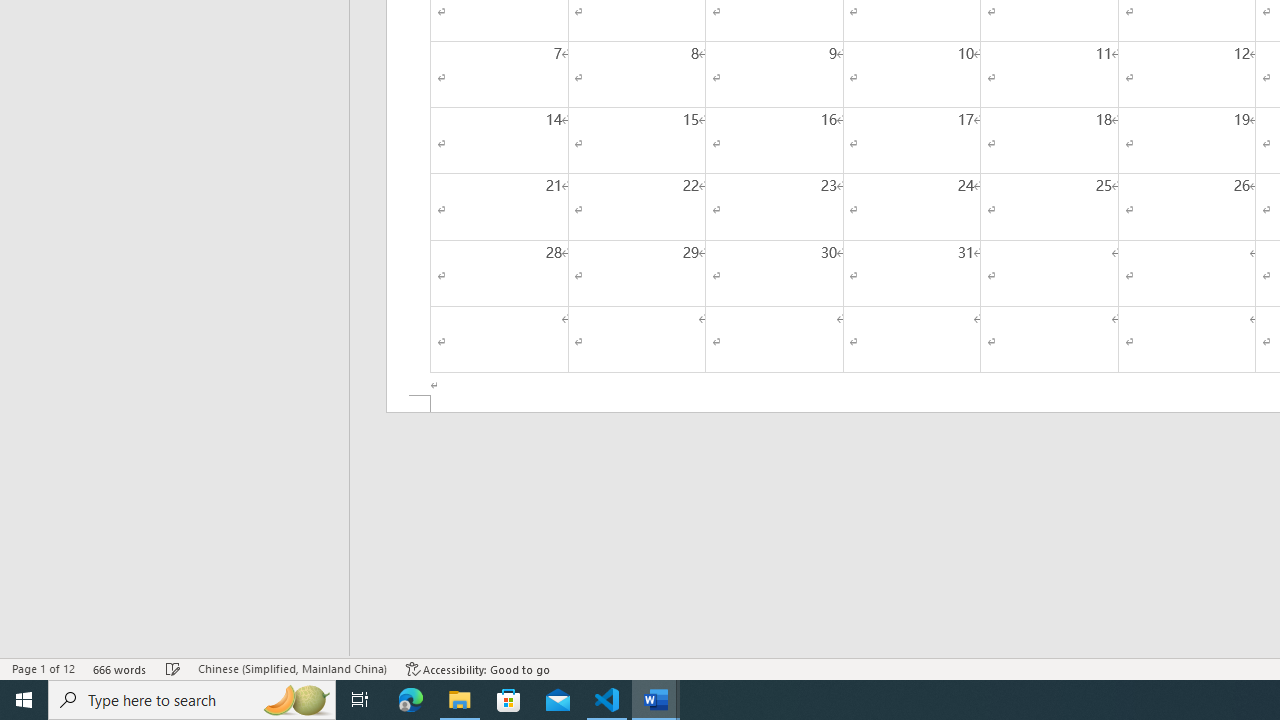  What do you see at coordinates (43, 669) in the screenshot?
I see `'Page Number Page 1 of 12'` at bounding box center [43, 669].